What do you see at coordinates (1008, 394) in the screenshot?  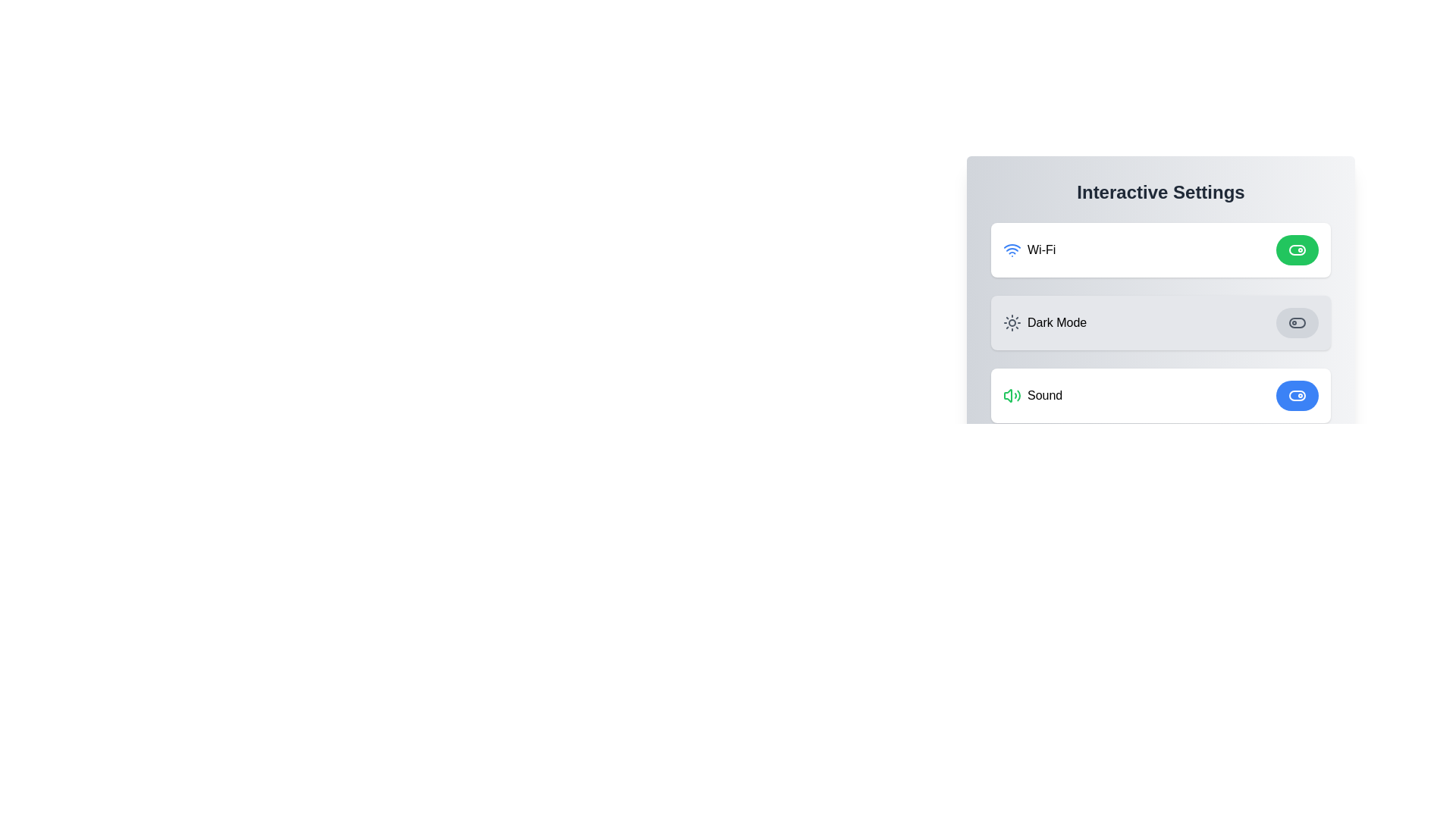 I see `the speaker icon within the 'Sound' settings, which features a green background and a central speaker-like design` at bounding box center [1008, 394].